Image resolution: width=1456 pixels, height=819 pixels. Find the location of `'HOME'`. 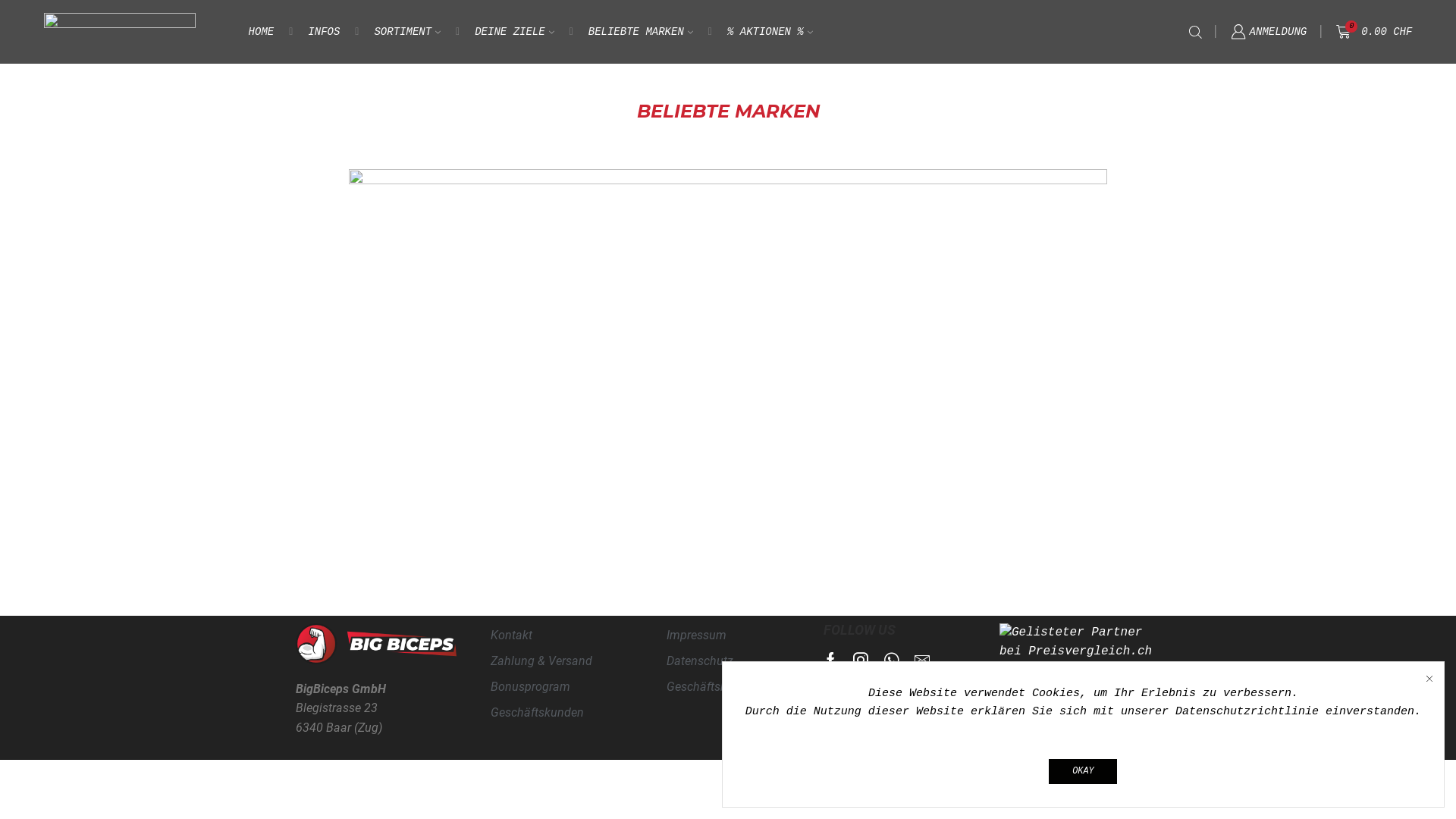

'HOME' is located at coordinates (262, 32).